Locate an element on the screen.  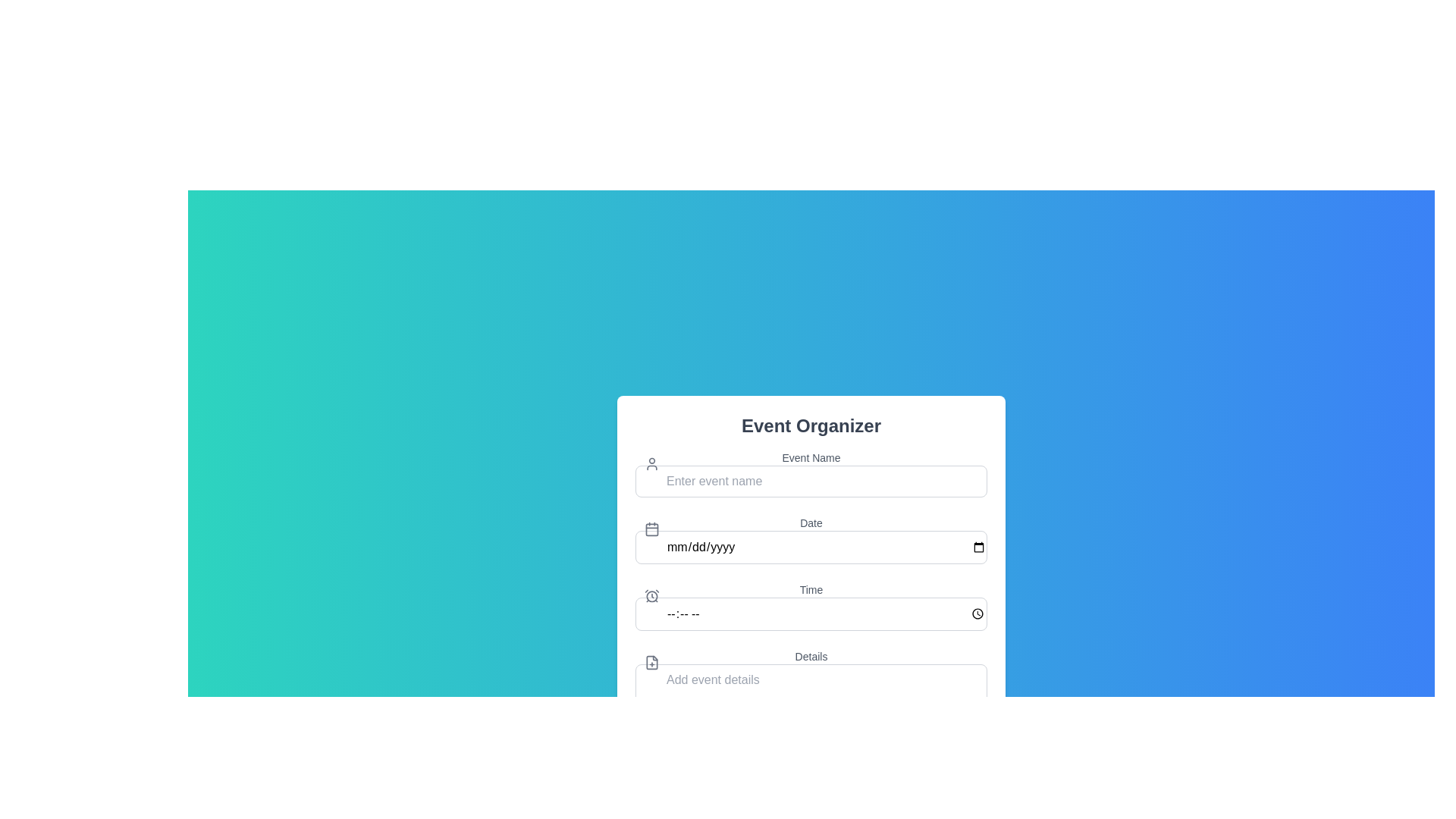
the third interactive Time Input Field located below the 'Date' field and above the 'Details' field is located at coordinates (811, 605).